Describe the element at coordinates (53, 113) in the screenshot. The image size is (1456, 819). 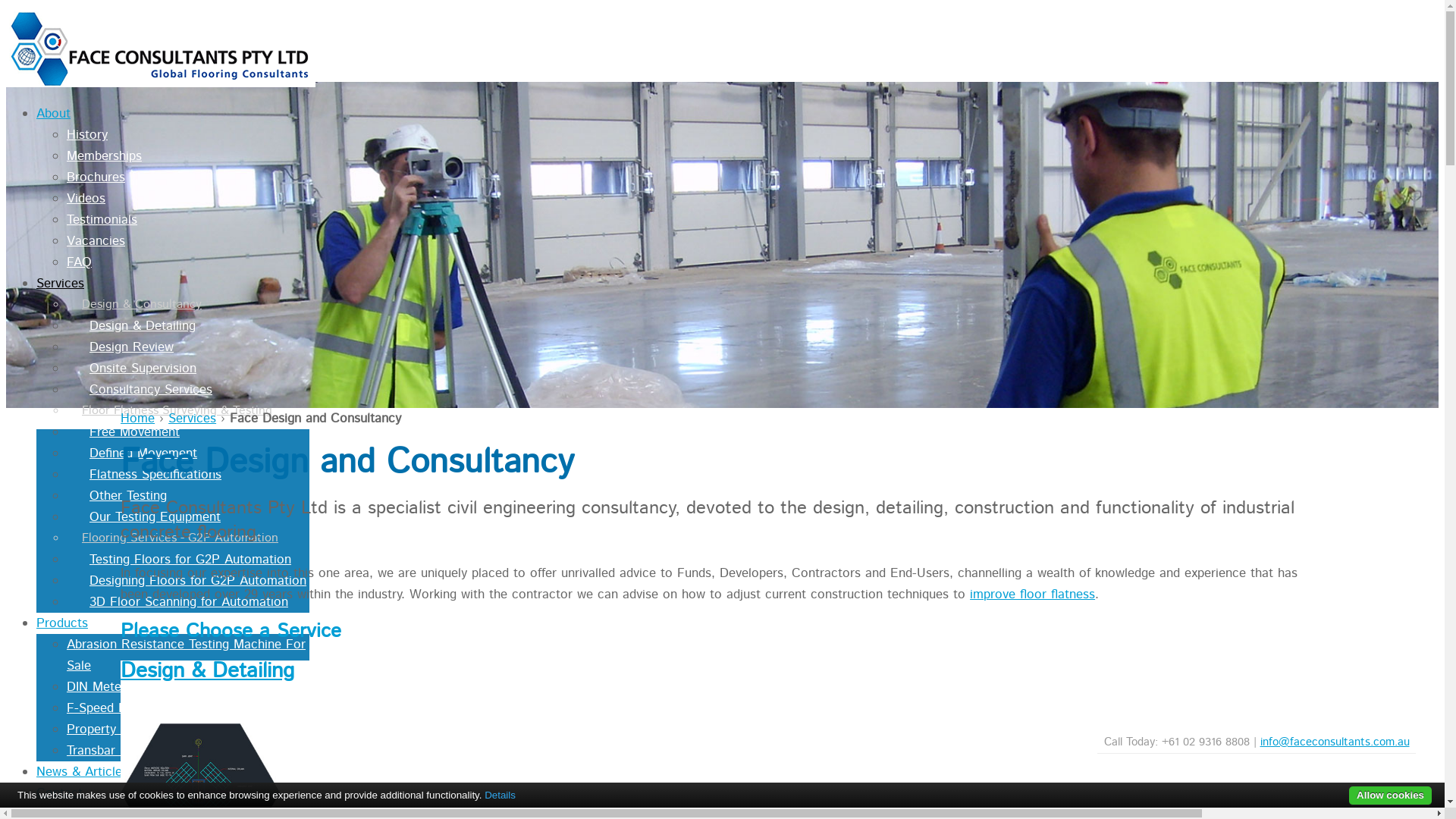
I see `'About'` at that location.